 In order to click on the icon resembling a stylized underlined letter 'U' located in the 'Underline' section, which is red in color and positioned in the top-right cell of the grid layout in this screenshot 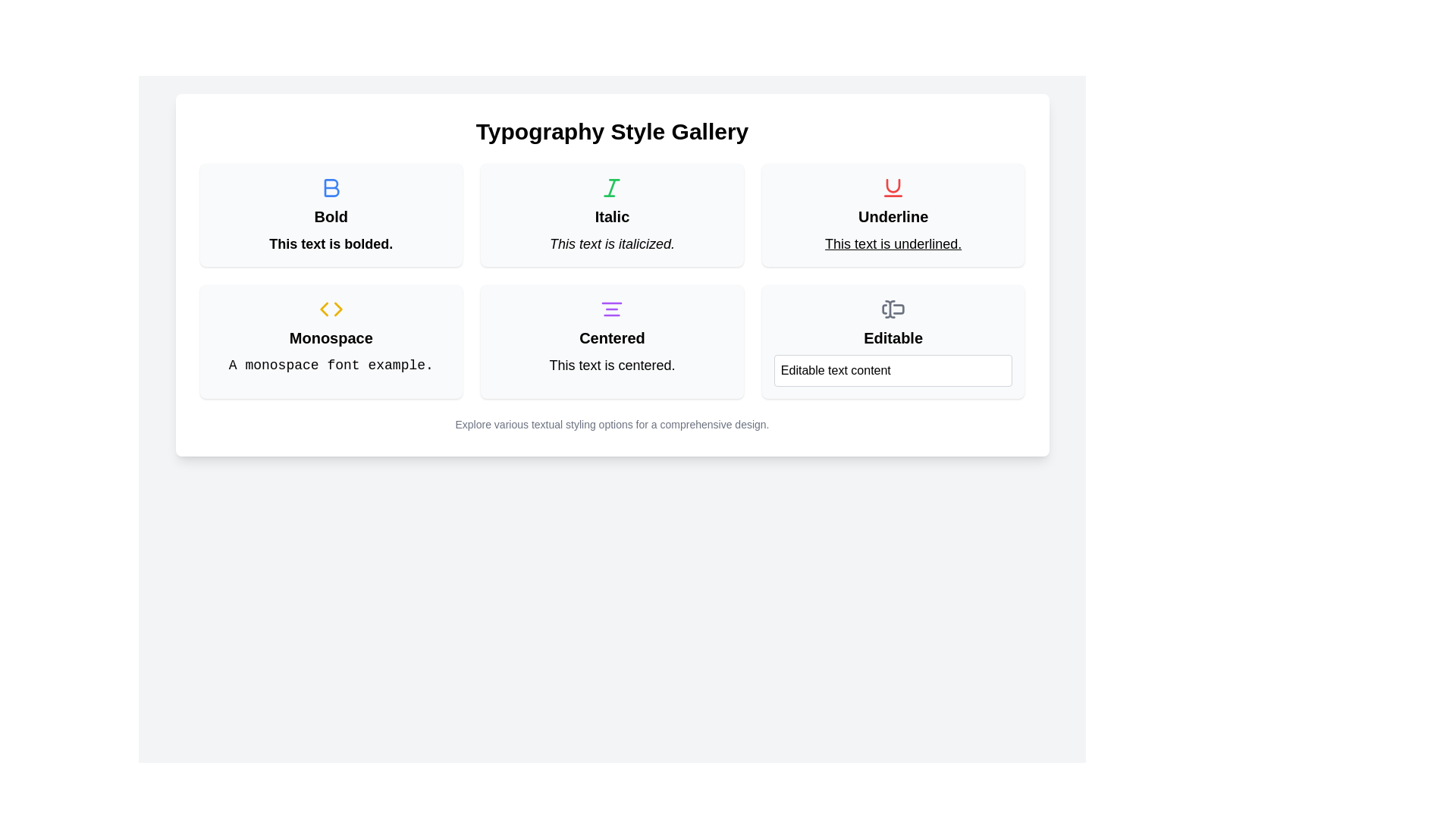, I will do `click(893, 187)`.